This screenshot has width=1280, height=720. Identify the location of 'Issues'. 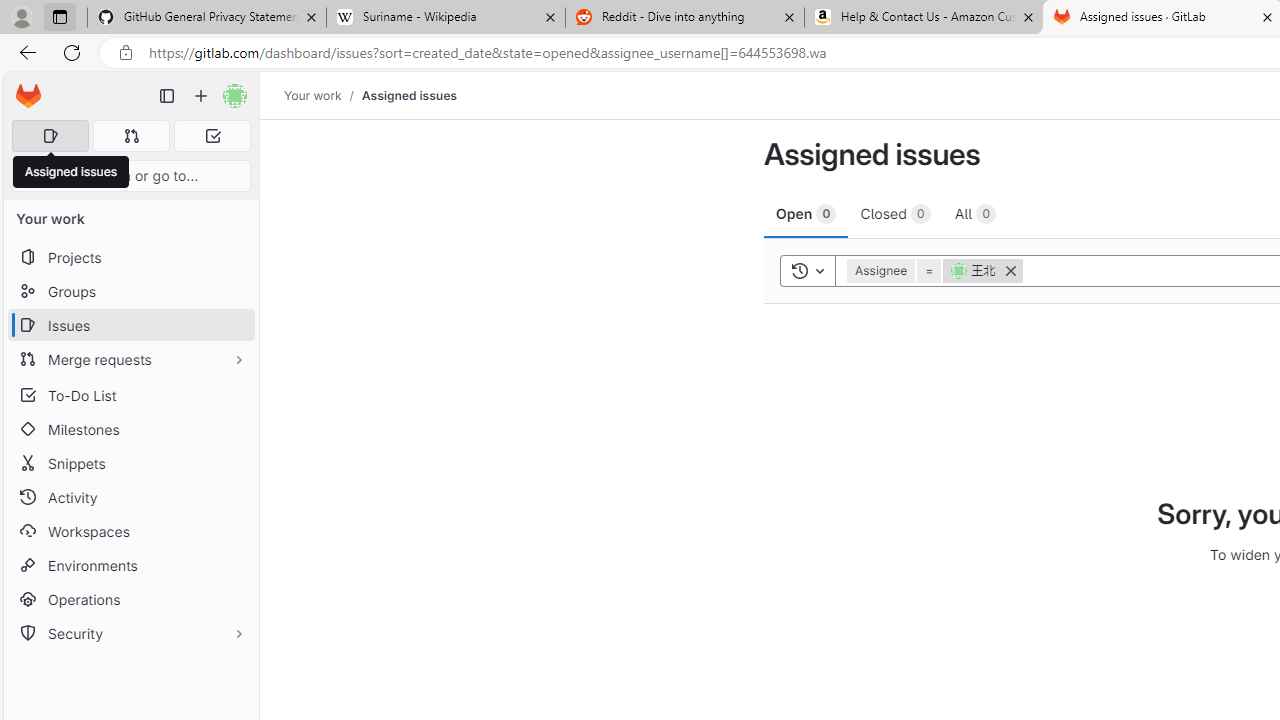
(130, 324).